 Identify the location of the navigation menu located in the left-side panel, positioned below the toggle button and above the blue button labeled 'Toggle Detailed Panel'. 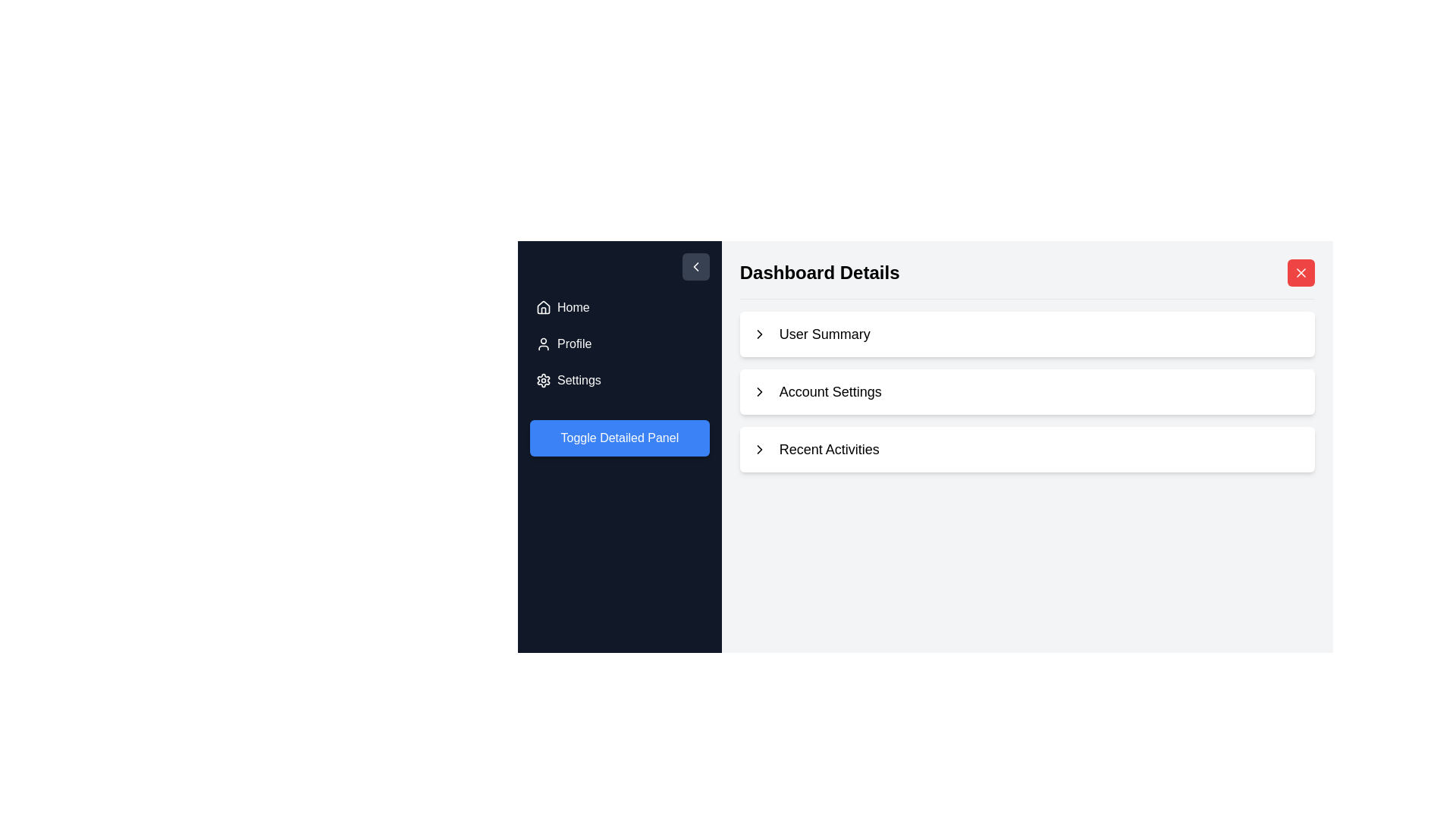
(620, 344).